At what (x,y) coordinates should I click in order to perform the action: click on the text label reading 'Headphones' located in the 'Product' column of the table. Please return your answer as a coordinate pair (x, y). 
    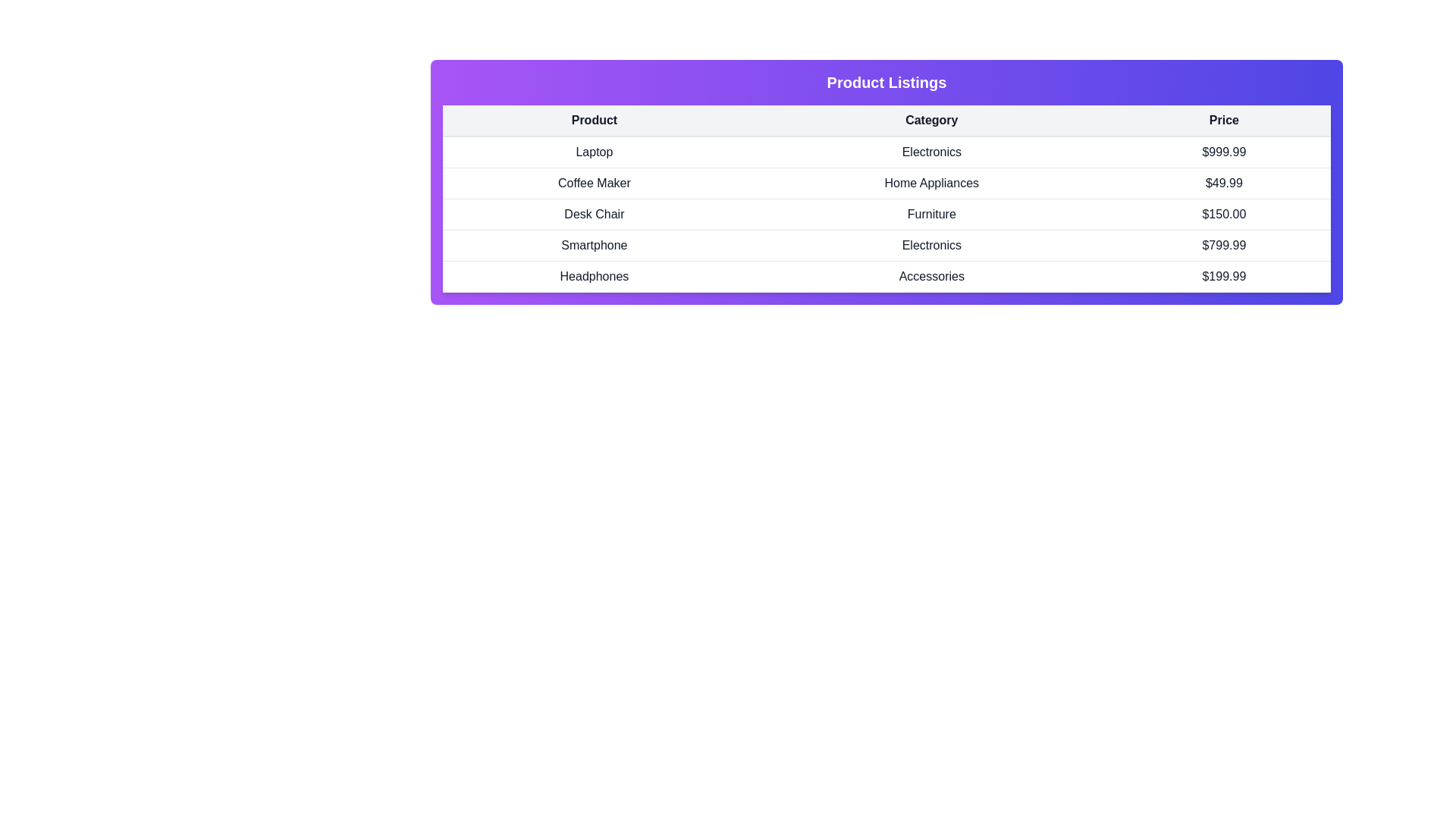
    Looking at the image, I should click on (593, 277).